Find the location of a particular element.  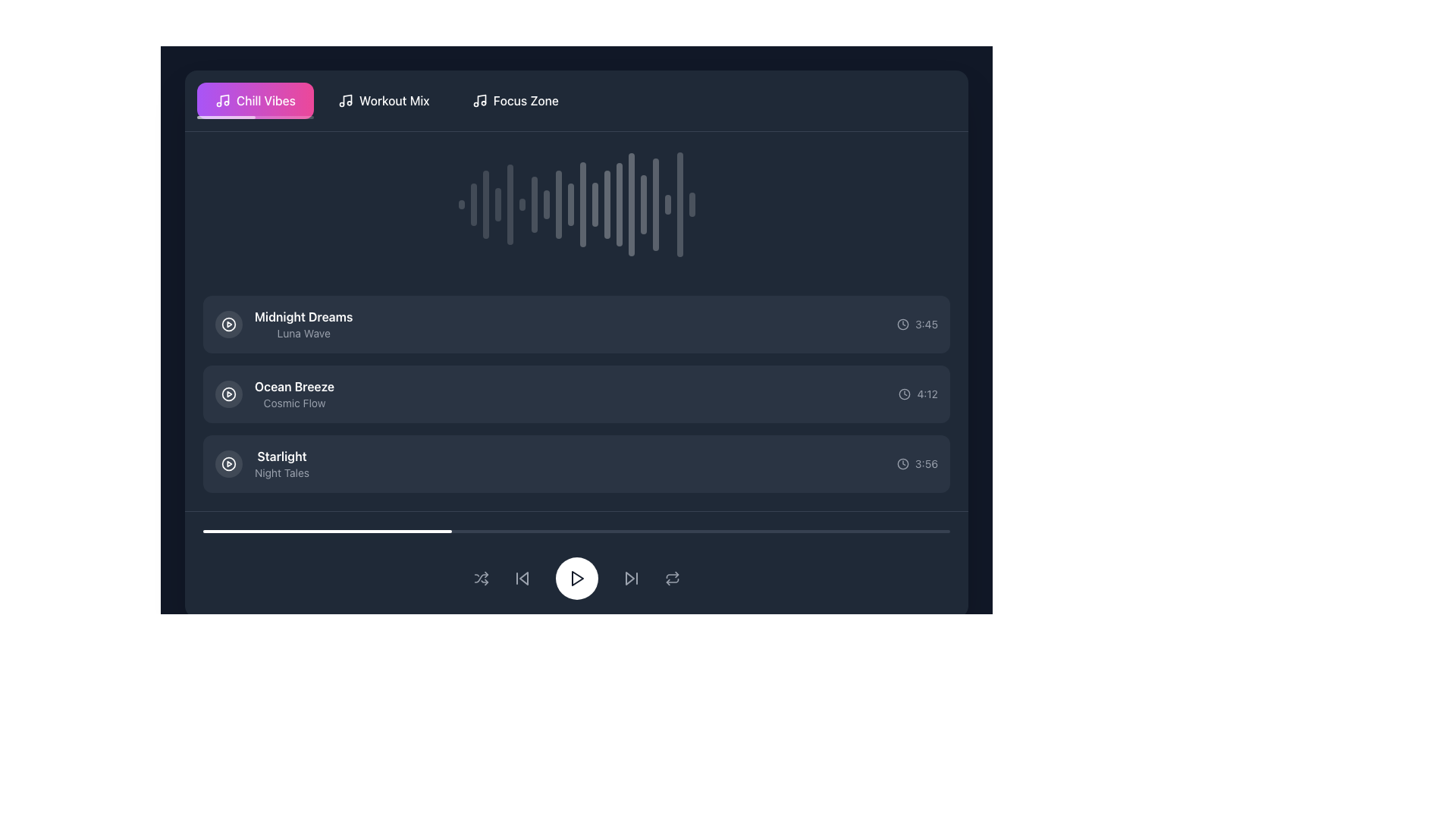

the forward-skip button located in the bottom control bar, which is the fourth icon from the left, to observe a visual change is located at coordinates (631, 579).